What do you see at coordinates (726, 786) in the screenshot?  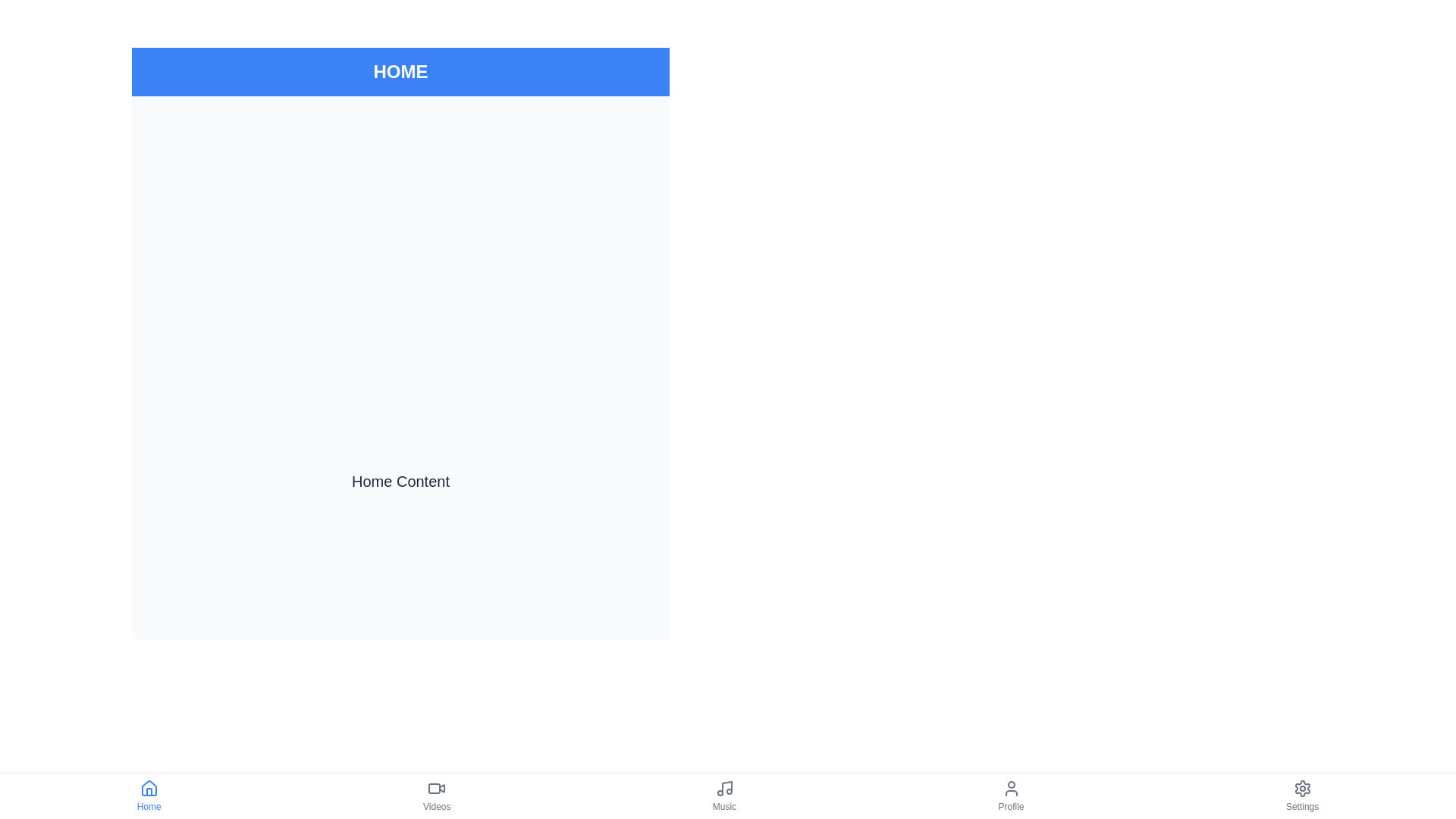 I see `the primary vertical line of the Music tab icon located in the bottom navigation bar` at bounding box center [726, 786].